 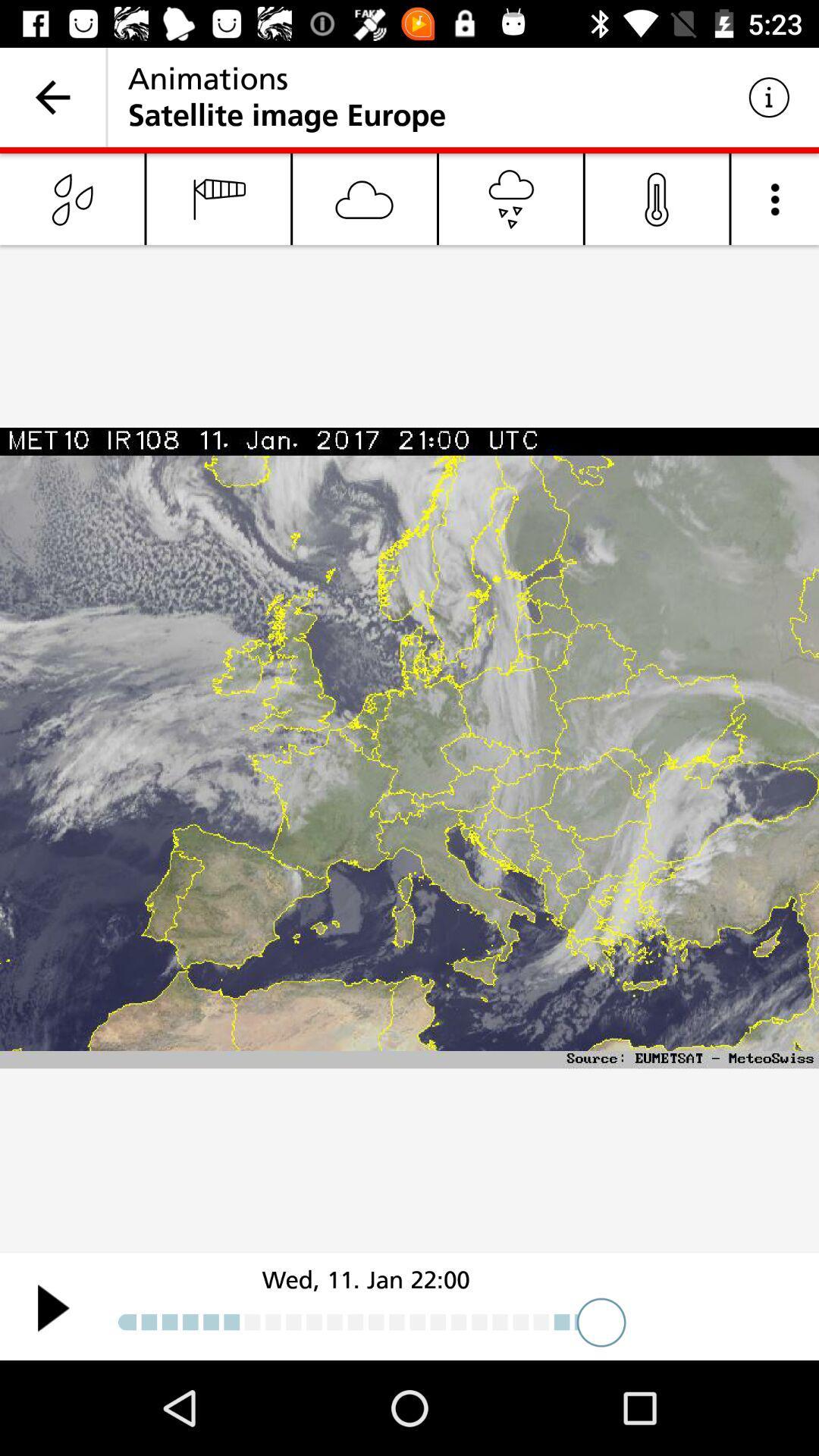 What do you see at coordinates (510, 198) in the screenshot?
I see `the cart icon` at bounding box center [510, 198].